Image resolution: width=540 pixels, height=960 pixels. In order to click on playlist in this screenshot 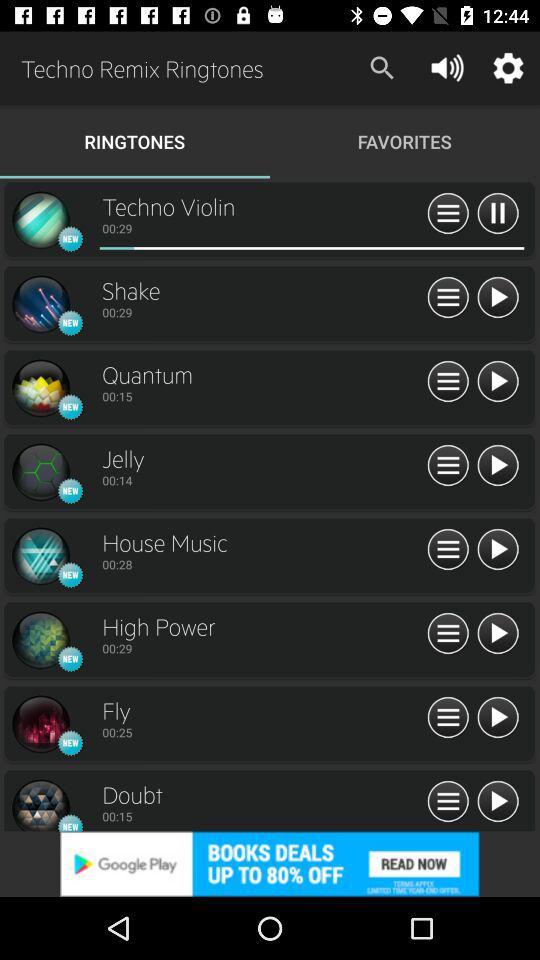, I will do `click(448, 550)`.